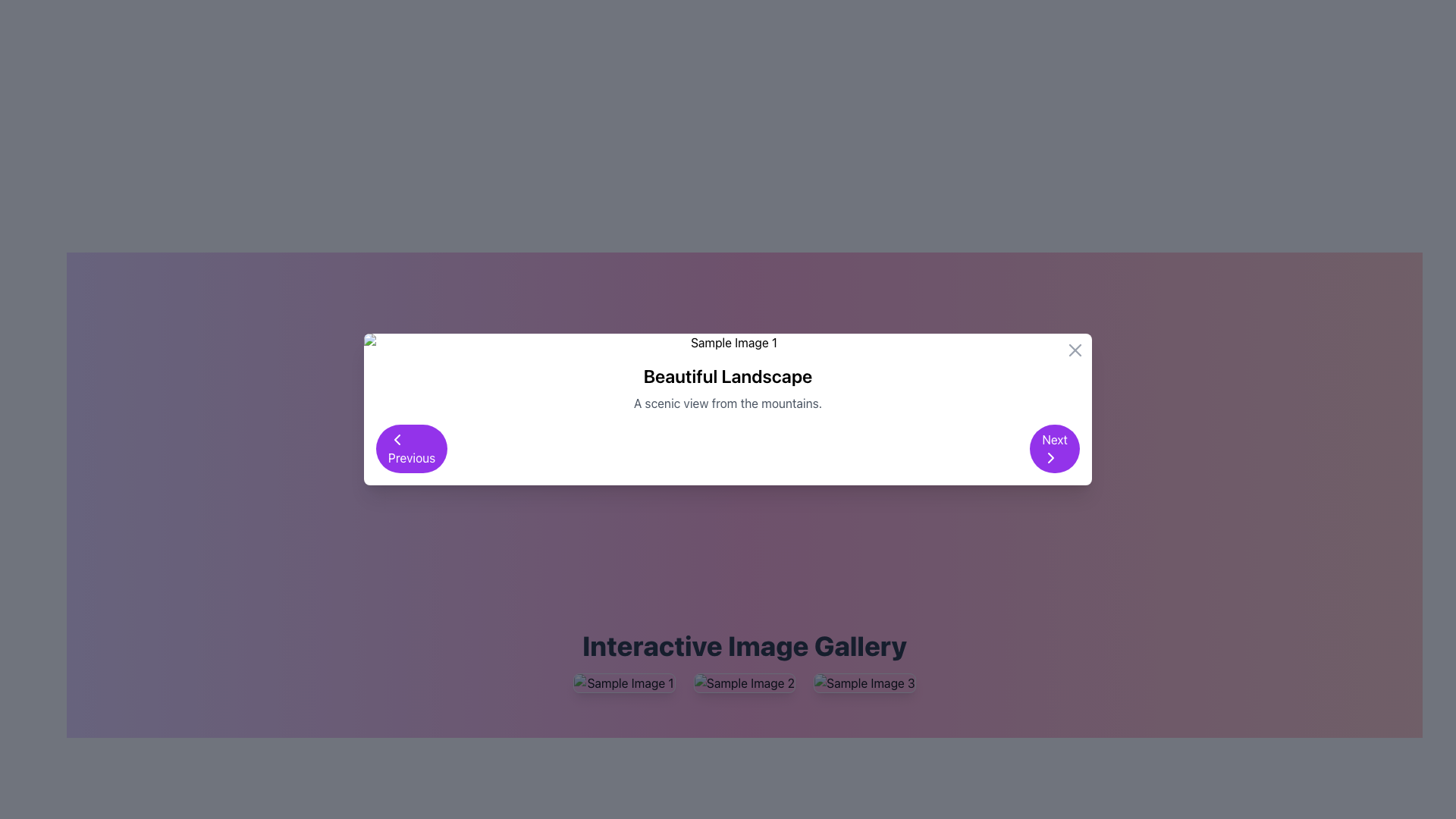  What do you see at coordinates (728, 403) in the screenshot?
I see `the static text providing additional information about the main content represented by the title 'Beautiful Landscape', which is located in the central modal above the navigation buttons 'Previous' and 'Next'` at bounding box center [728, 403].